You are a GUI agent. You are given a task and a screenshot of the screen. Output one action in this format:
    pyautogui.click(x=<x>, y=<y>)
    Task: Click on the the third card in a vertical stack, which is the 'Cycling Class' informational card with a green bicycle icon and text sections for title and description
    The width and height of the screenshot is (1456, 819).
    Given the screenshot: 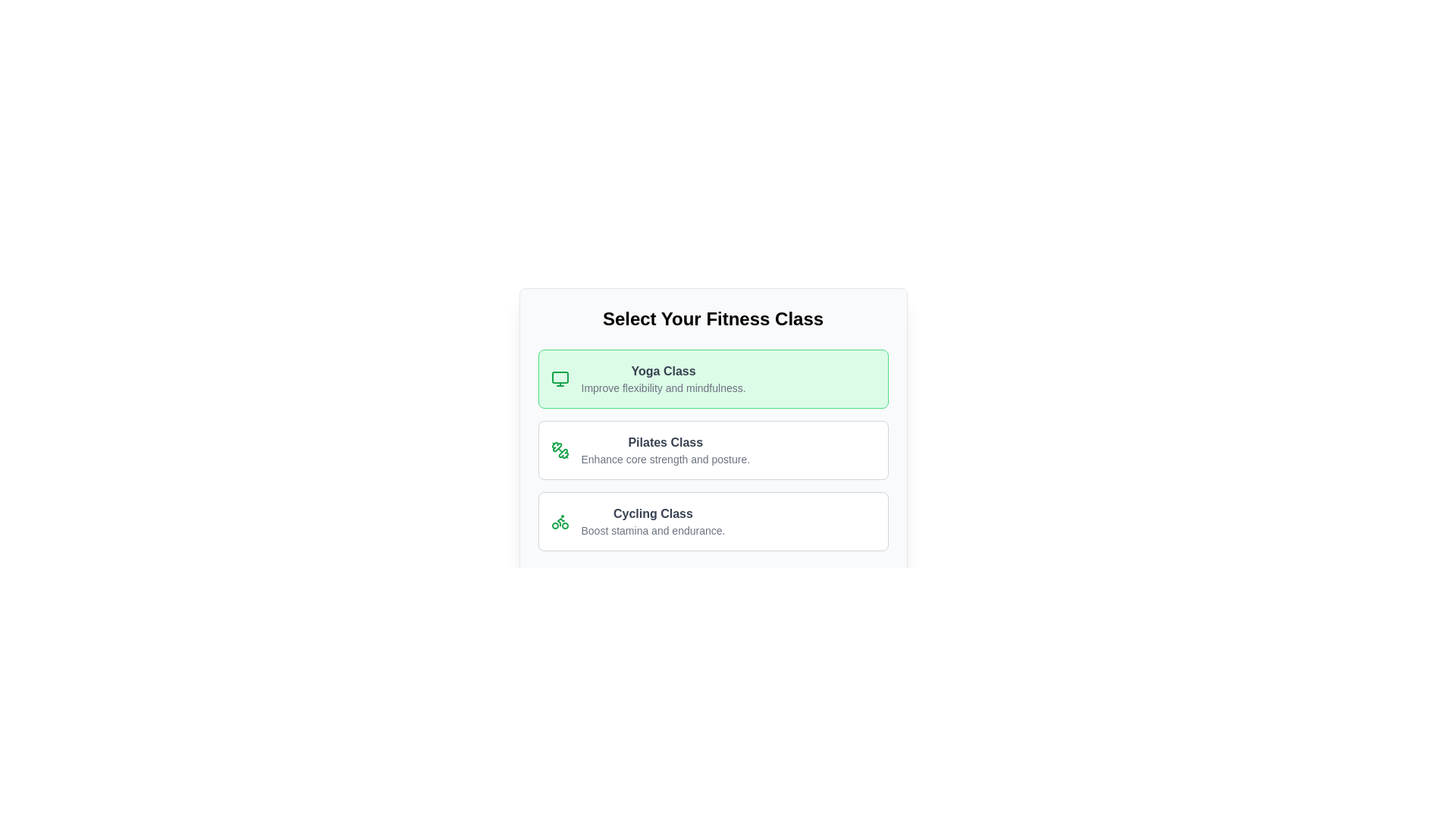 What is the action you would take?
    pyautogui.click(x=712, y=520)
    